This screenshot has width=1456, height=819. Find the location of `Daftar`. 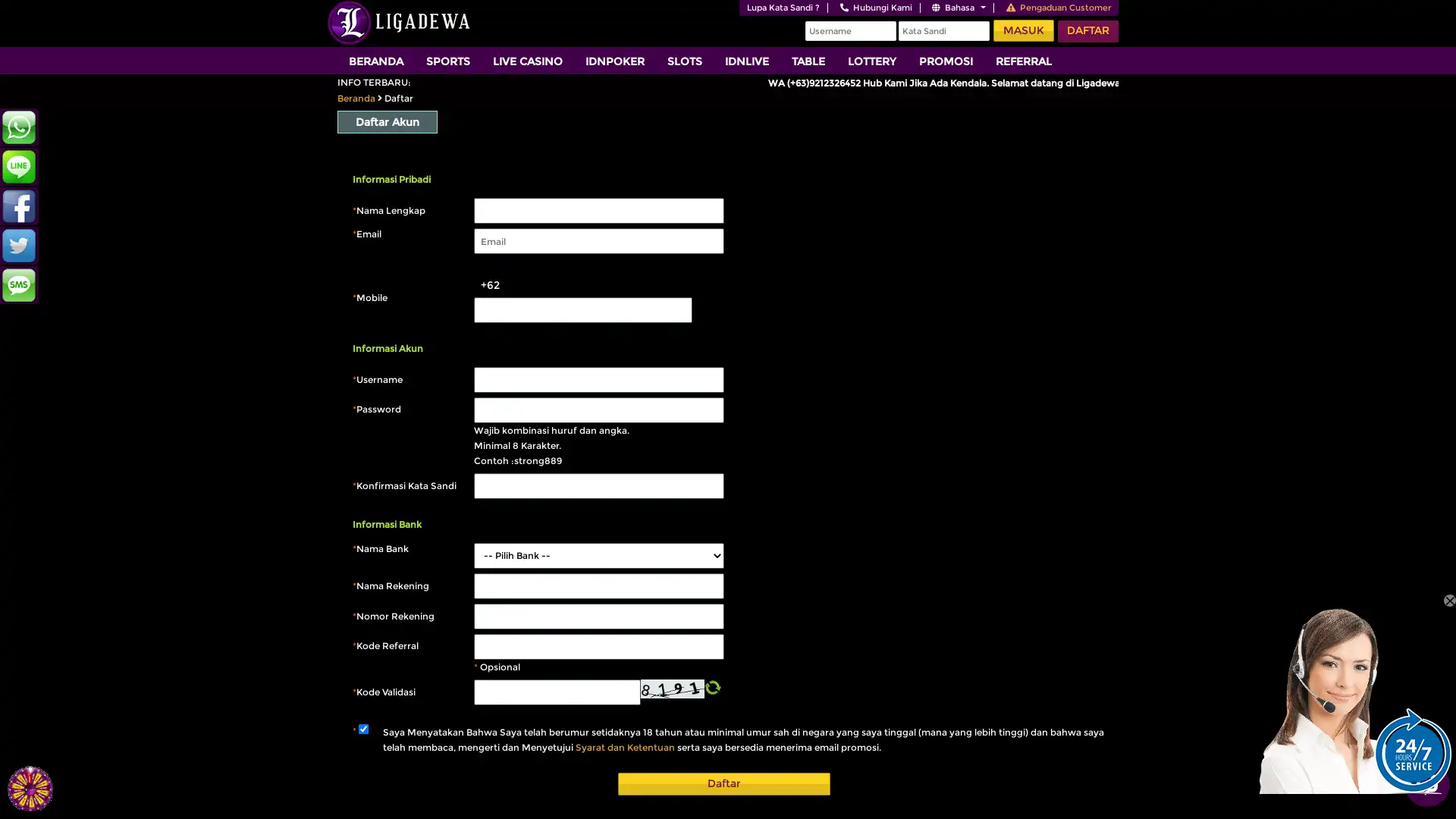

Daftar is located at coordinates (723, 783).